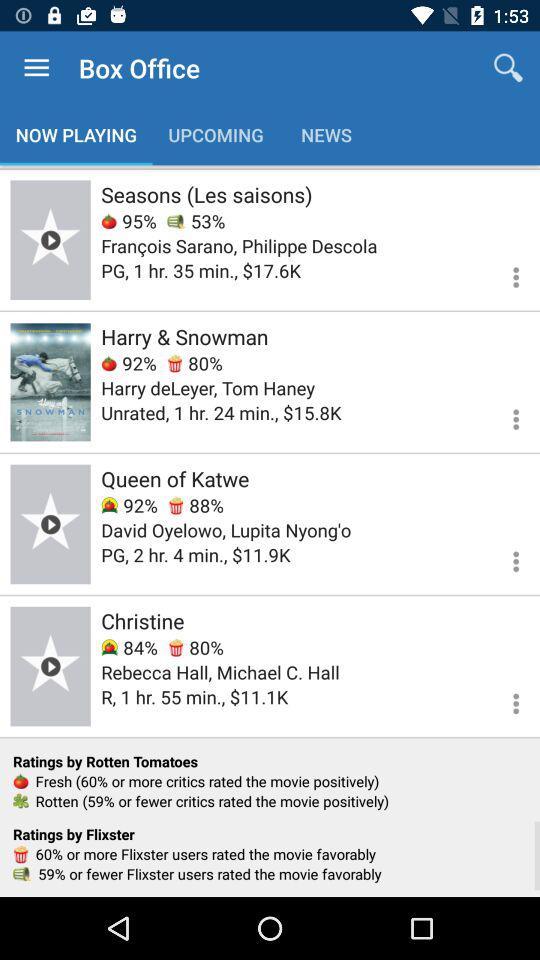  Describe the element at coordinates (184, 336) in the screenshot. I see `icon above the 92% item` at that location.